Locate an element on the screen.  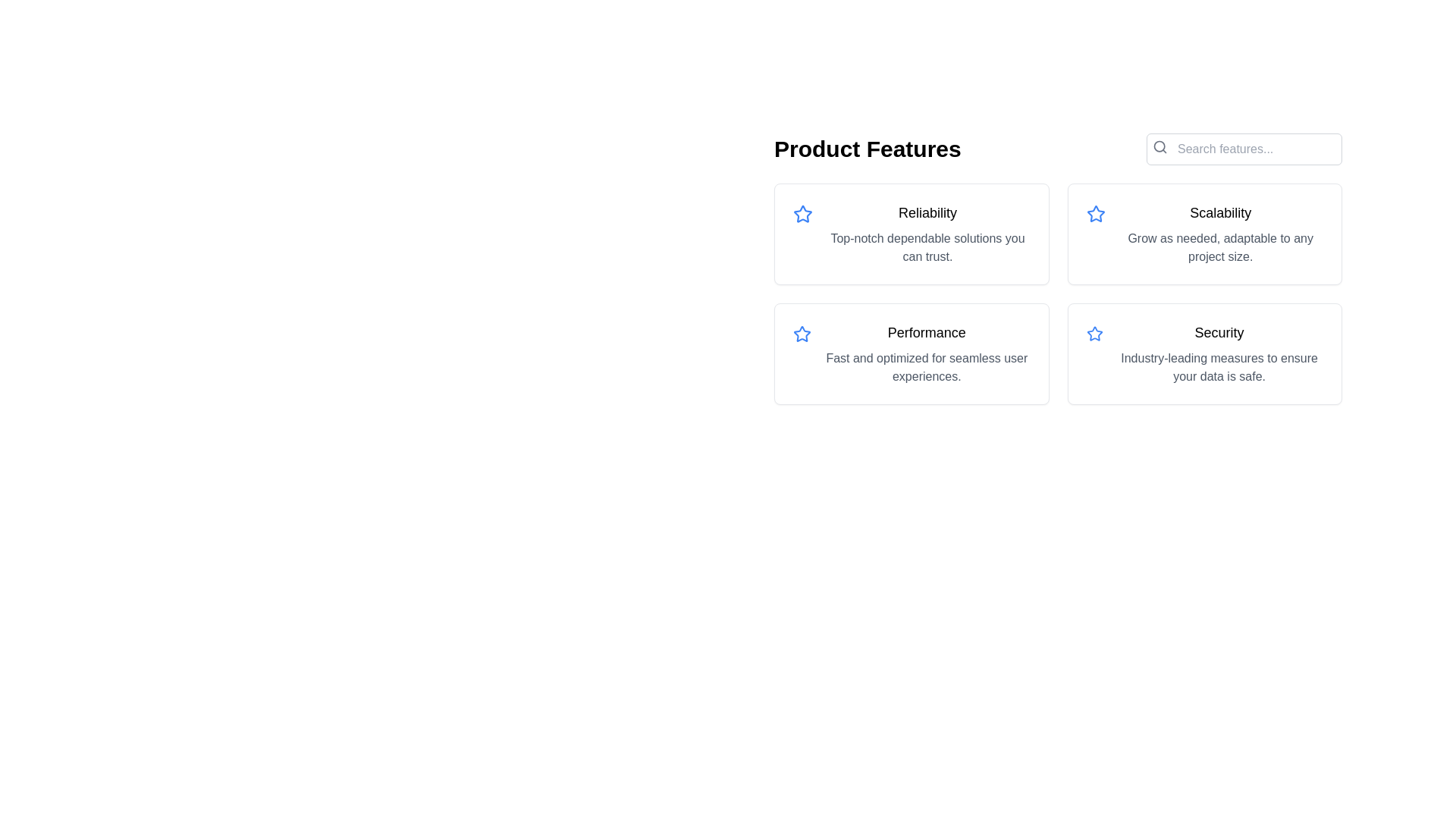
text block containing 'Grow as needed, adaptable to any project size.' located below the title 'Scalability' in the top-right corner of the feature description card is located at coordinates (1220, 247).